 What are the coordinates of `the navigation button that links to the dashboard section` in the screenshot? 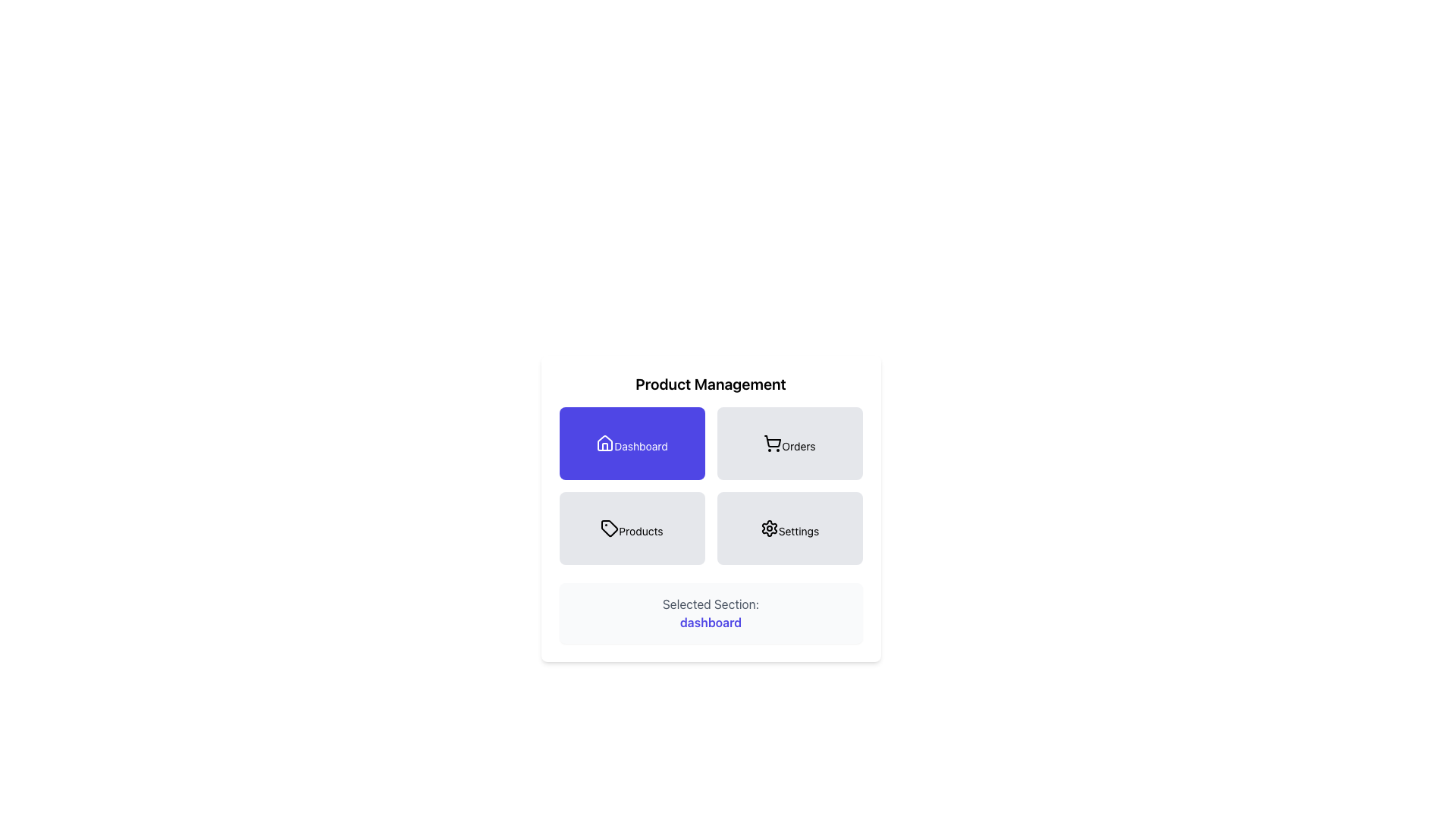 It's located at (632, 444).